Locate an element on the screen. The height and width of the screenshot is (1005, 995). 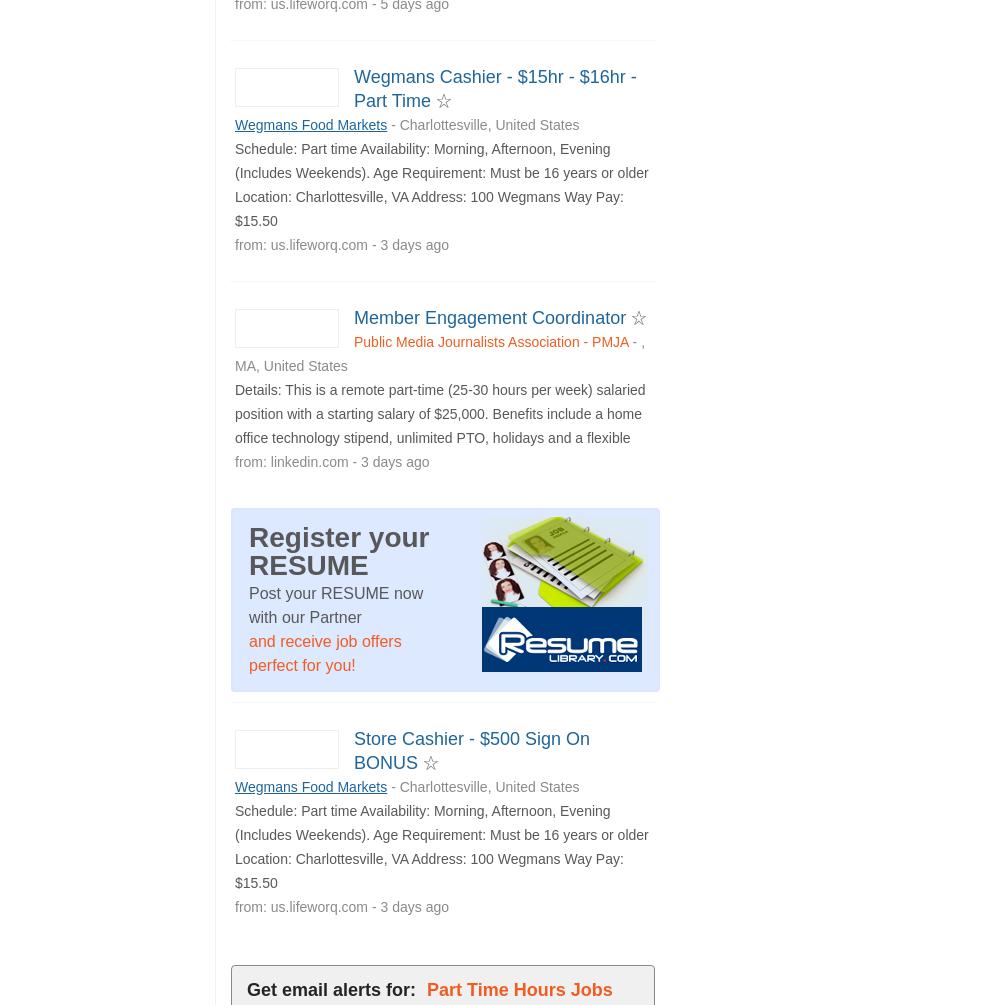
'from: linkedin.com' is located at coordinates (235, 460).